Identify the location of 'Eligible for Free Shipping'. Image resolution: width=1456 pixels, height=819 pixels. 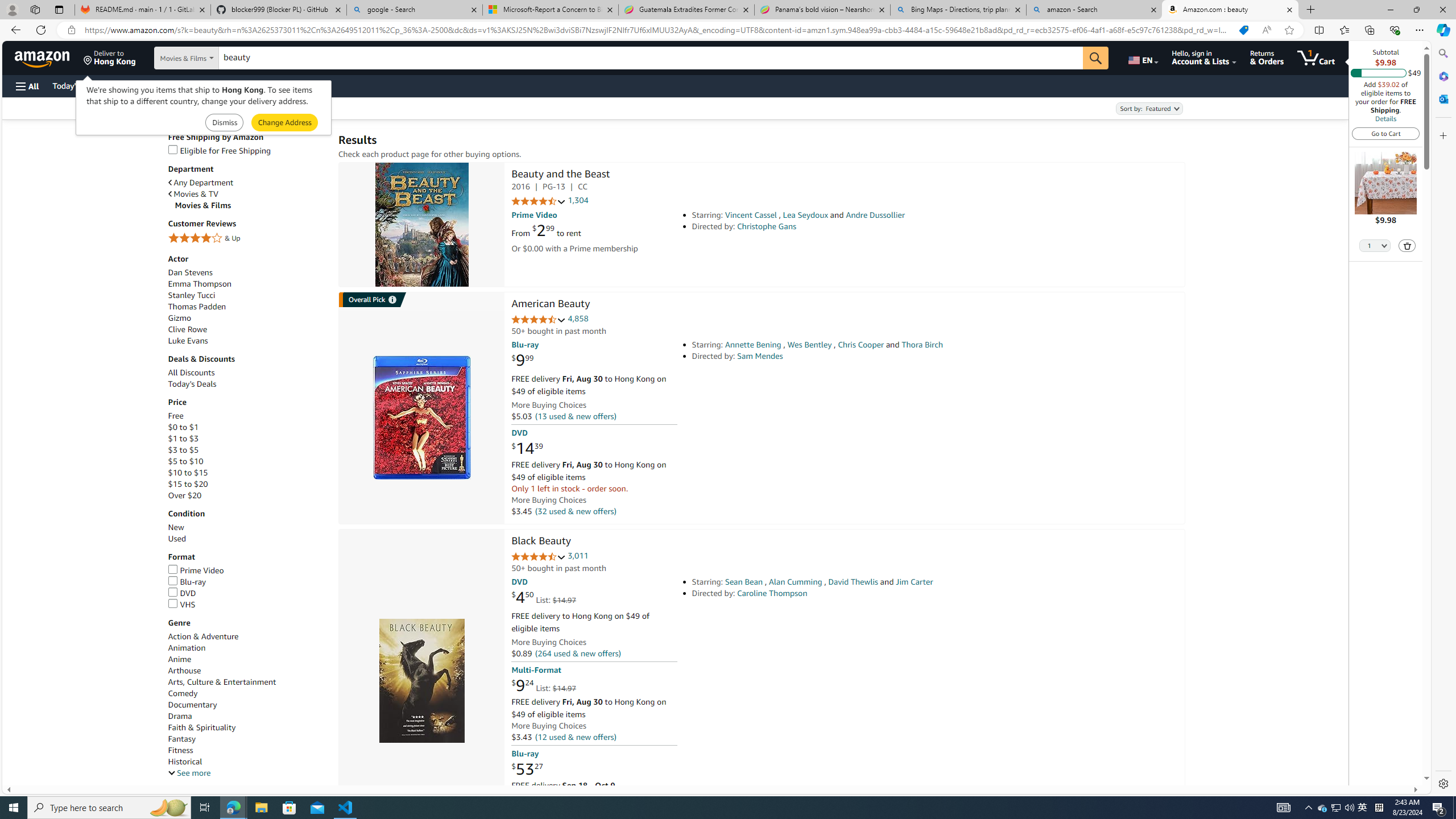
(247, 150).